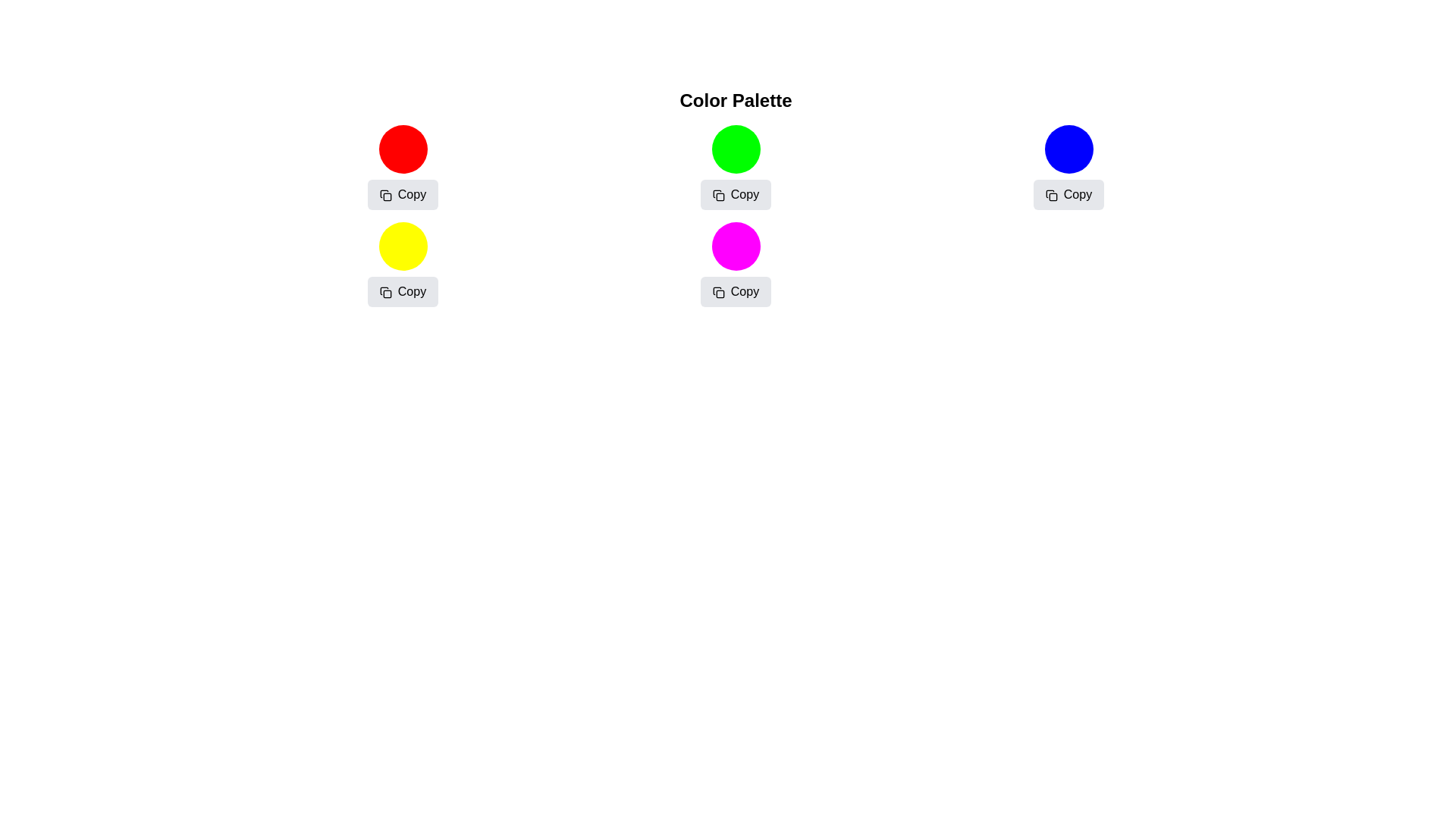 This screenshot has width=1456, height=819. I want to click on the 'Copy' button with a clipboard icon located below the pink circle in the 'Color Palette' column to change its background color, so click(736, 292).